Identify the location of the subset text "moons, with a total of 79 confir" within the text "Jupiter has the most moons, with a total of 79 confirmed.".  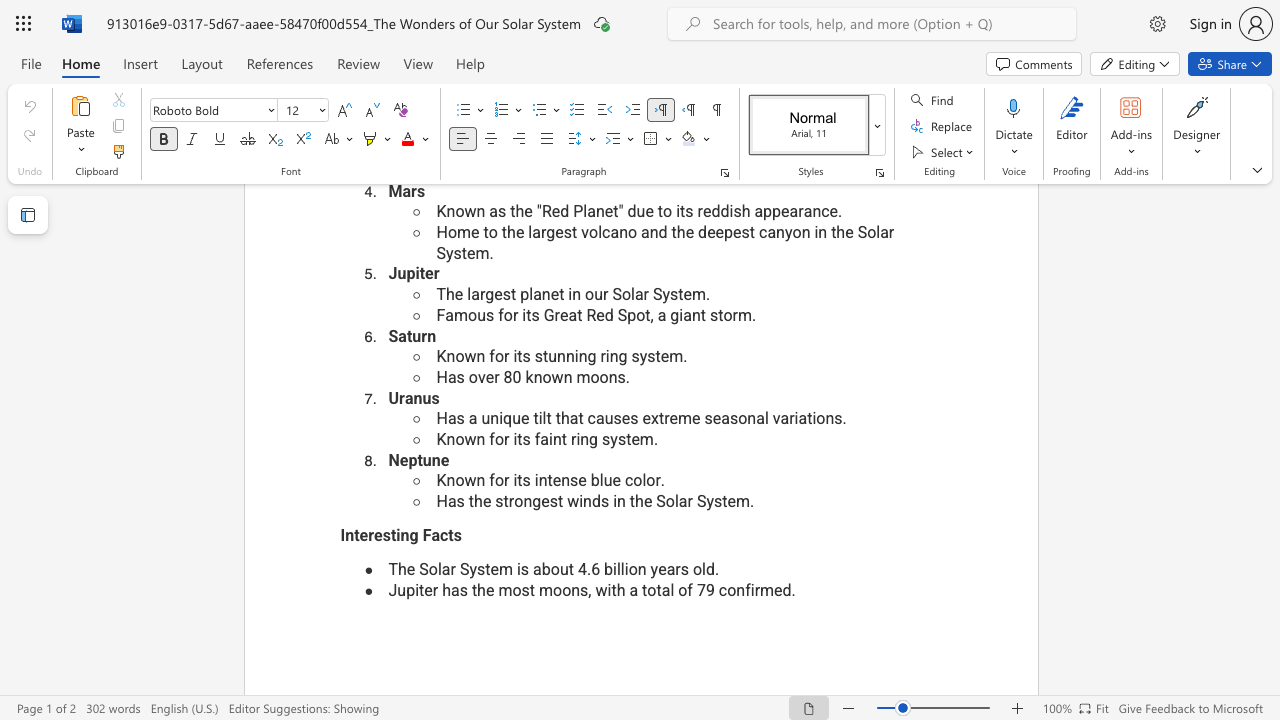
(539, 589).